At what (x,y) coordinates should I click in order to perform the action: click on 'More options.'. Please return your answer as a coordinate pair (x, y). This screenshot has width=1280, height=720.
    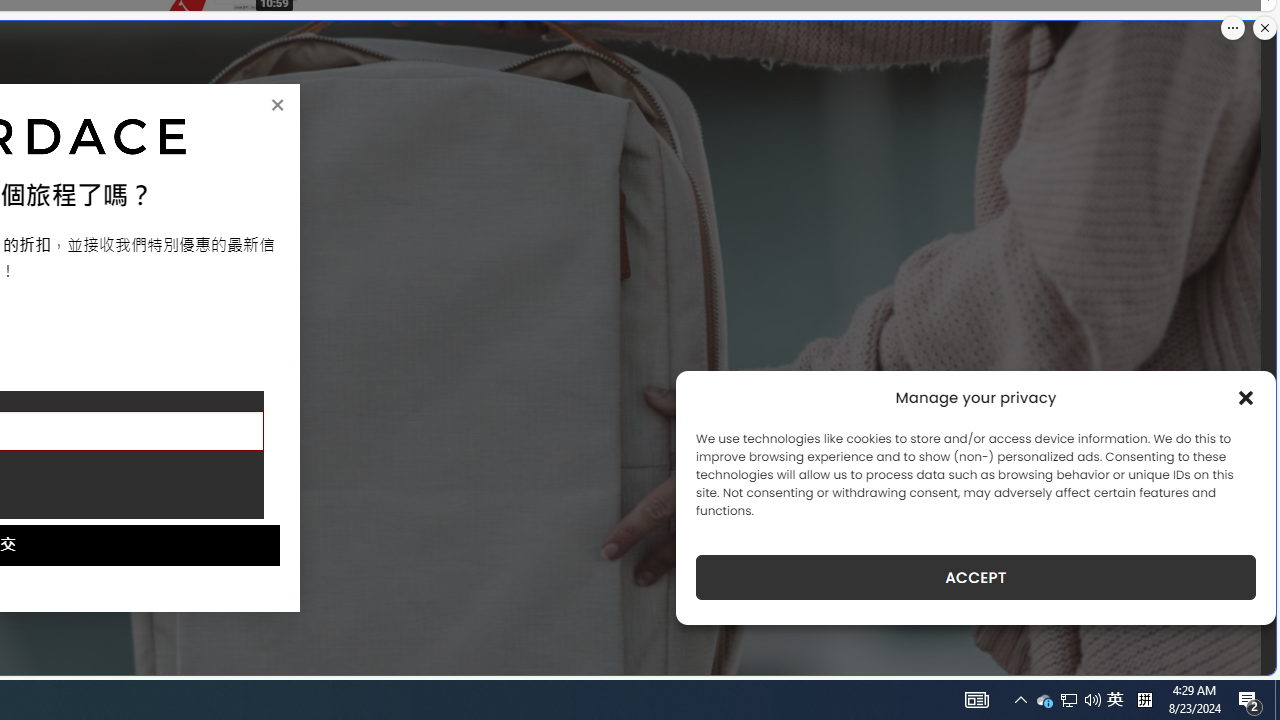
    Looking at the image, I should click on (1232, 28).